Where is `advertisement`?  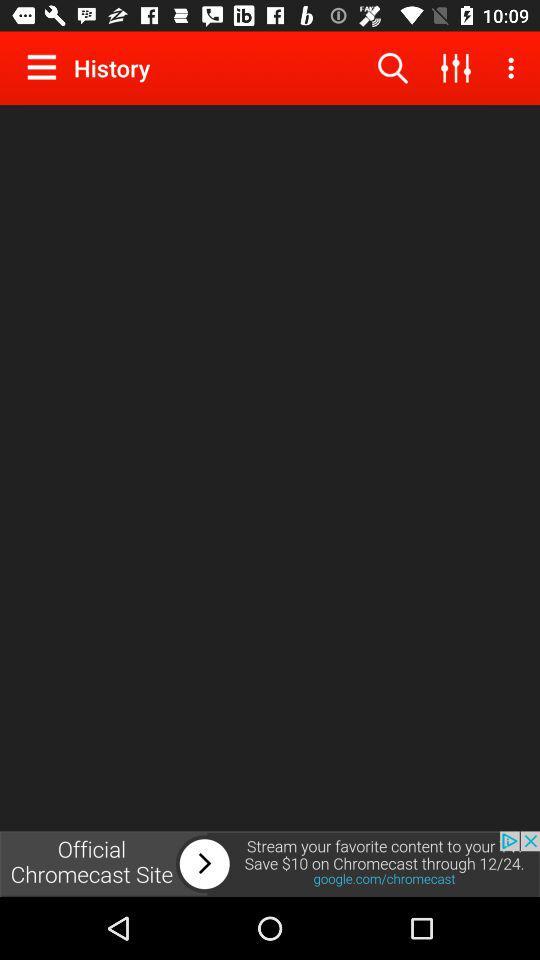 advertisement is located at coordinates (270, 863).